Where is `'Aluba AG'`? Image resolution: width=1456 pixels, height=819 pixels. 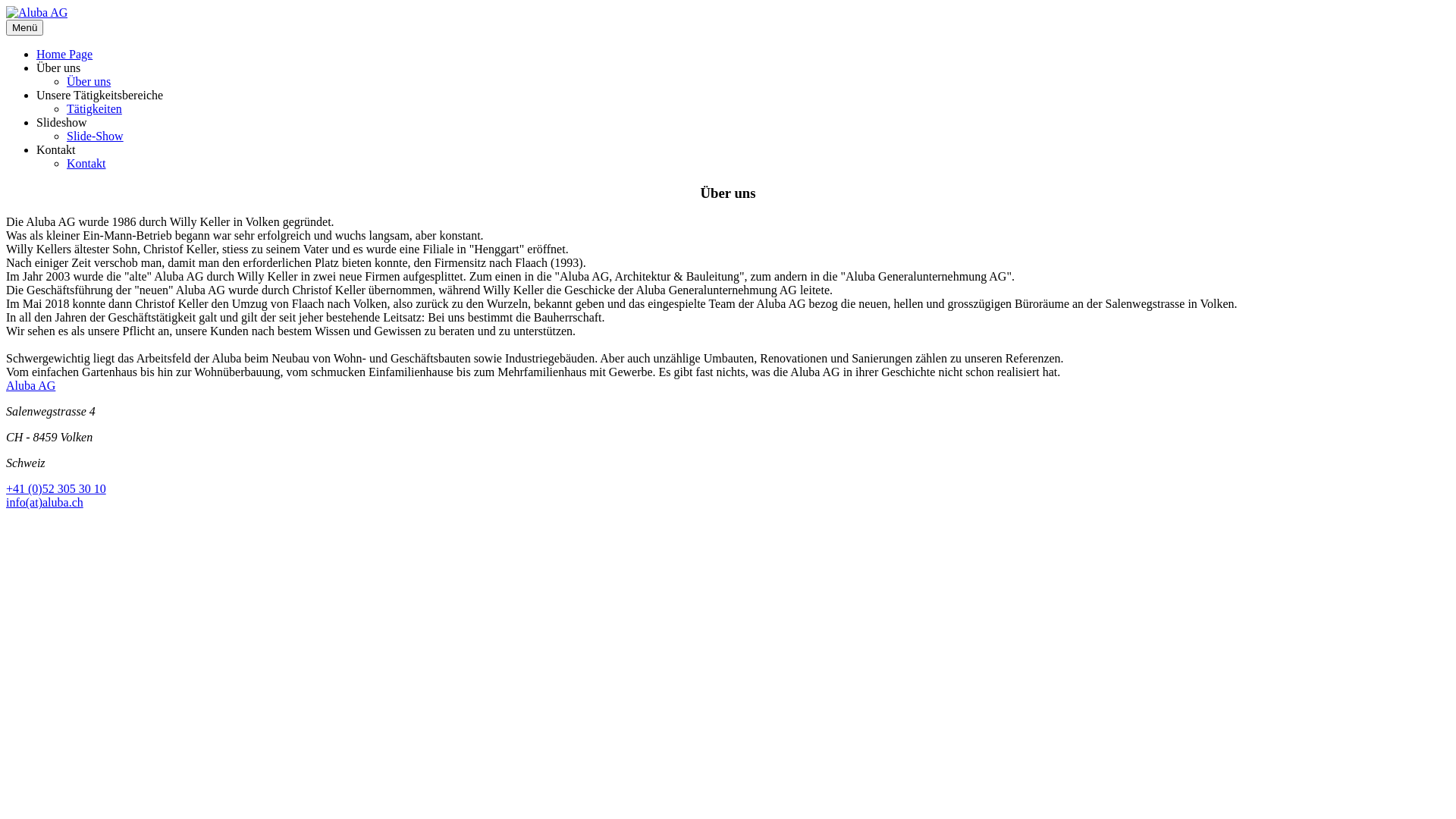
'Aluba AG' is located at coordinates (30, 384).